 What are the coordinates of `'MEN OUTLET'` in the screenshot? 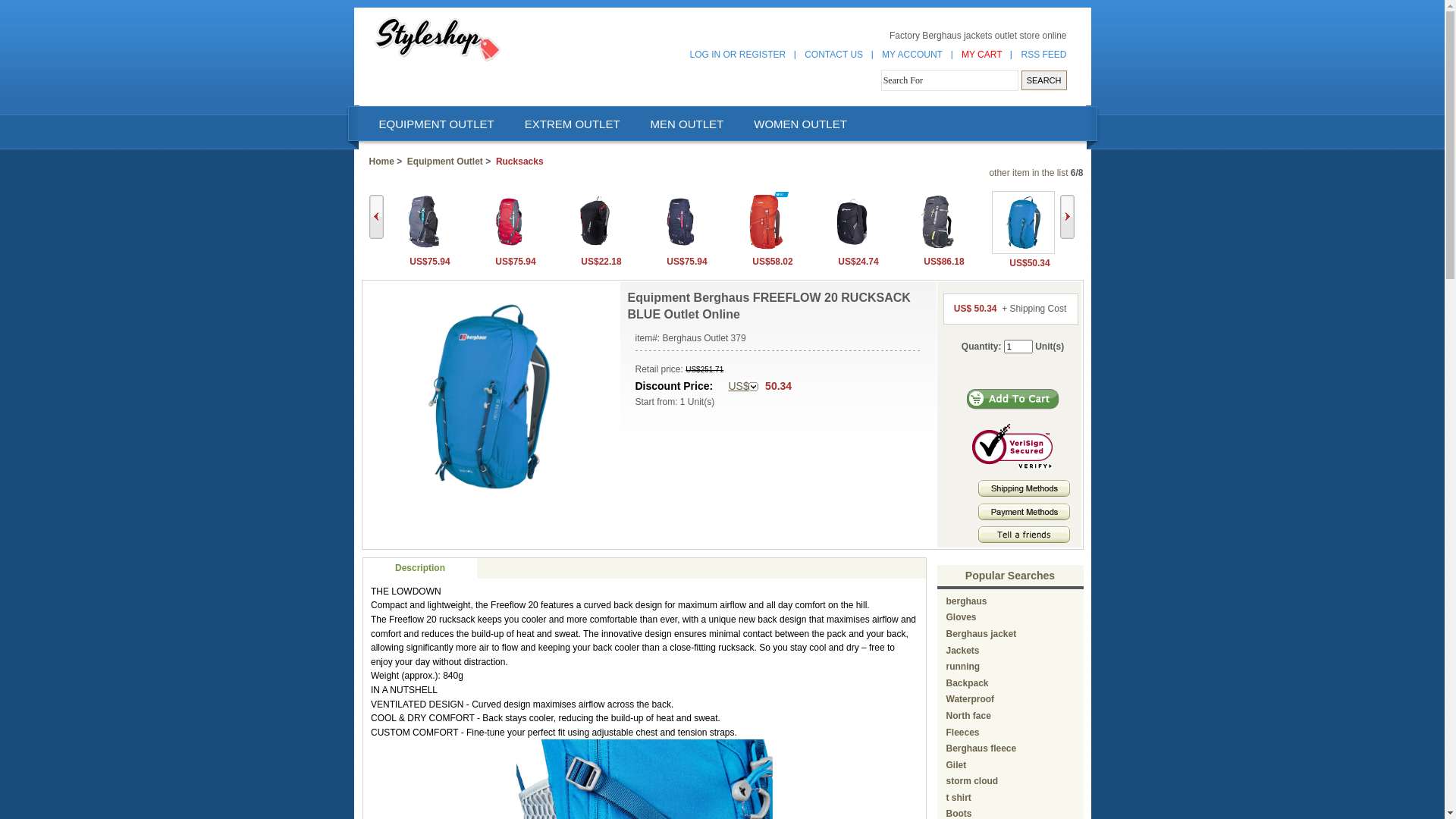 It's located at (686, 123).